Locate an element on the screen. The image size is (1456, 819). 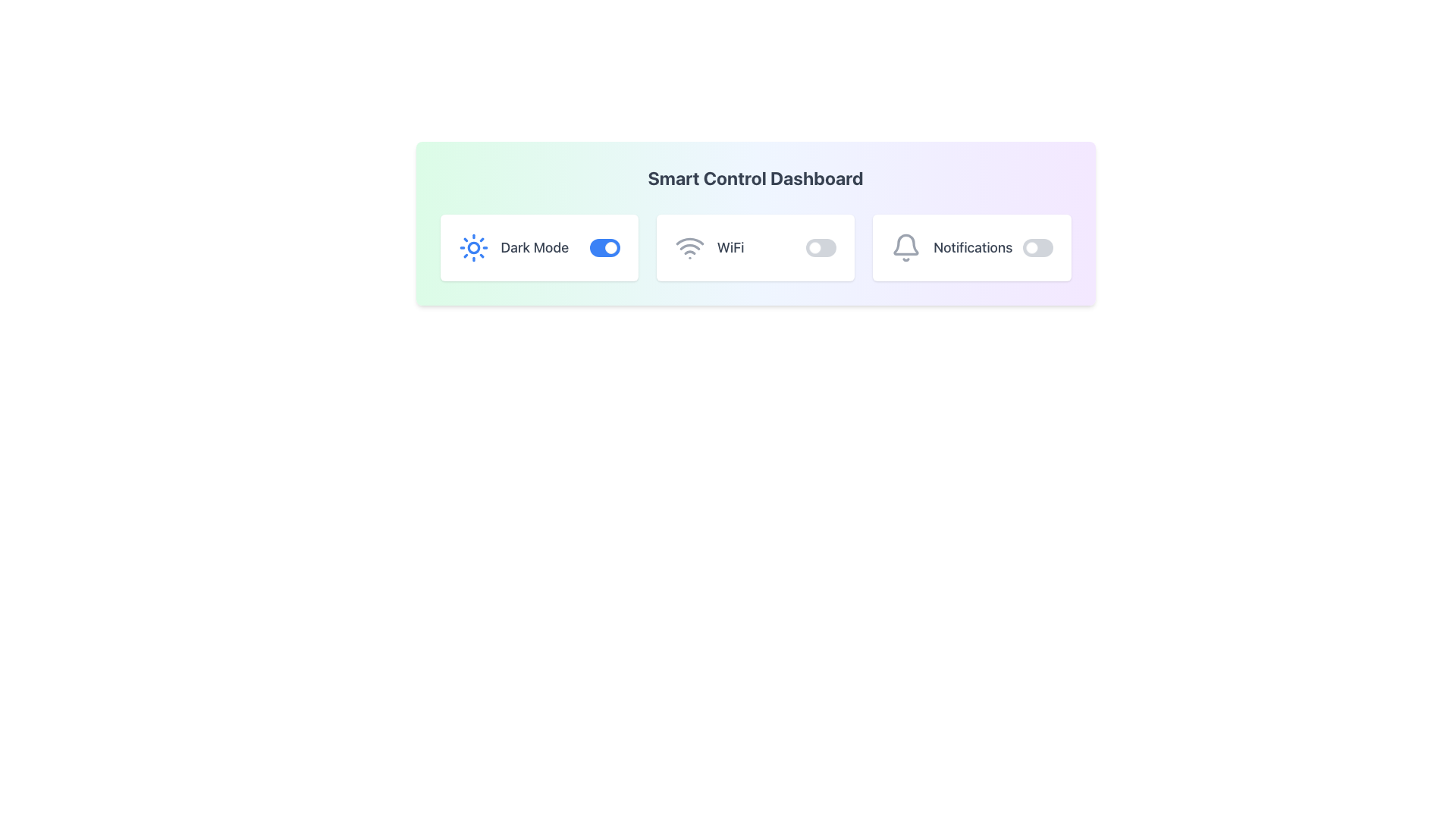
the Toggle knob for the 'Dark Mode' feature to change its state is located at coordinates (610, 247).